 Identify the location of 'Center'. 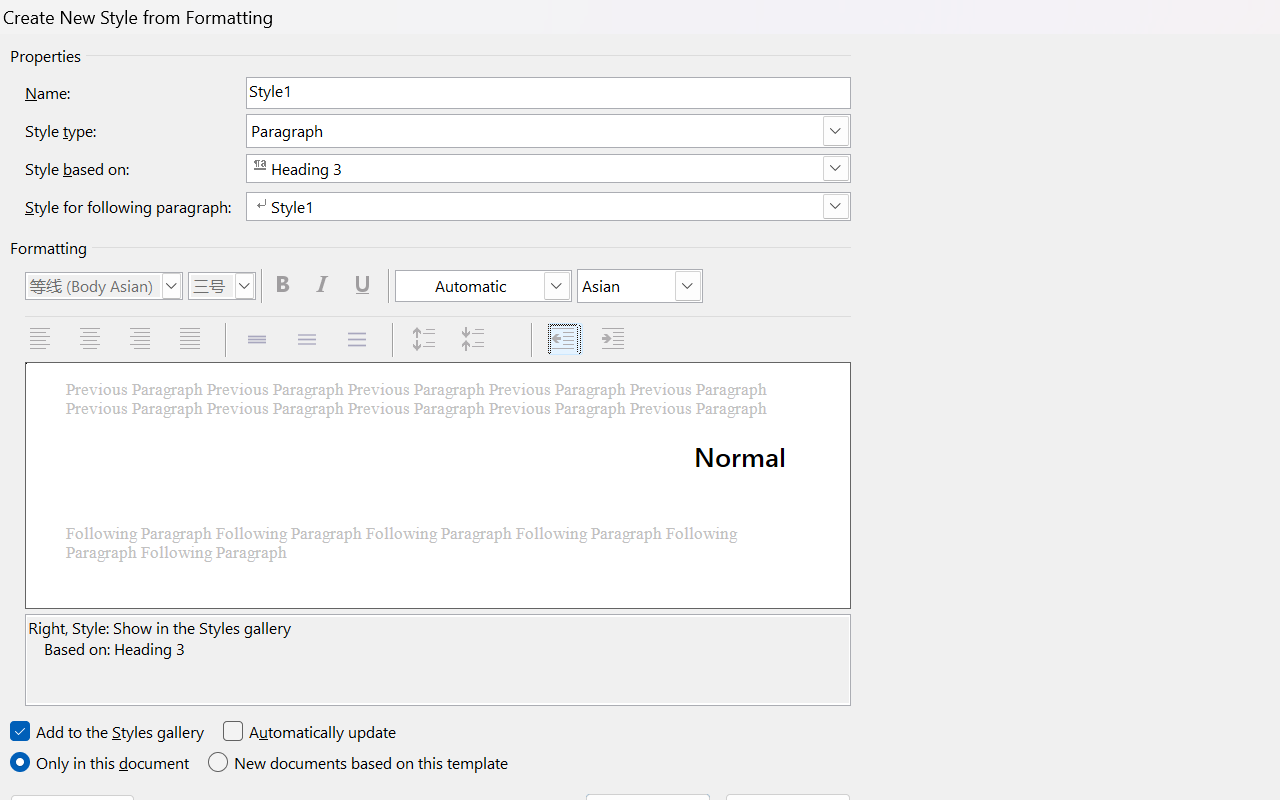
(91, 339).